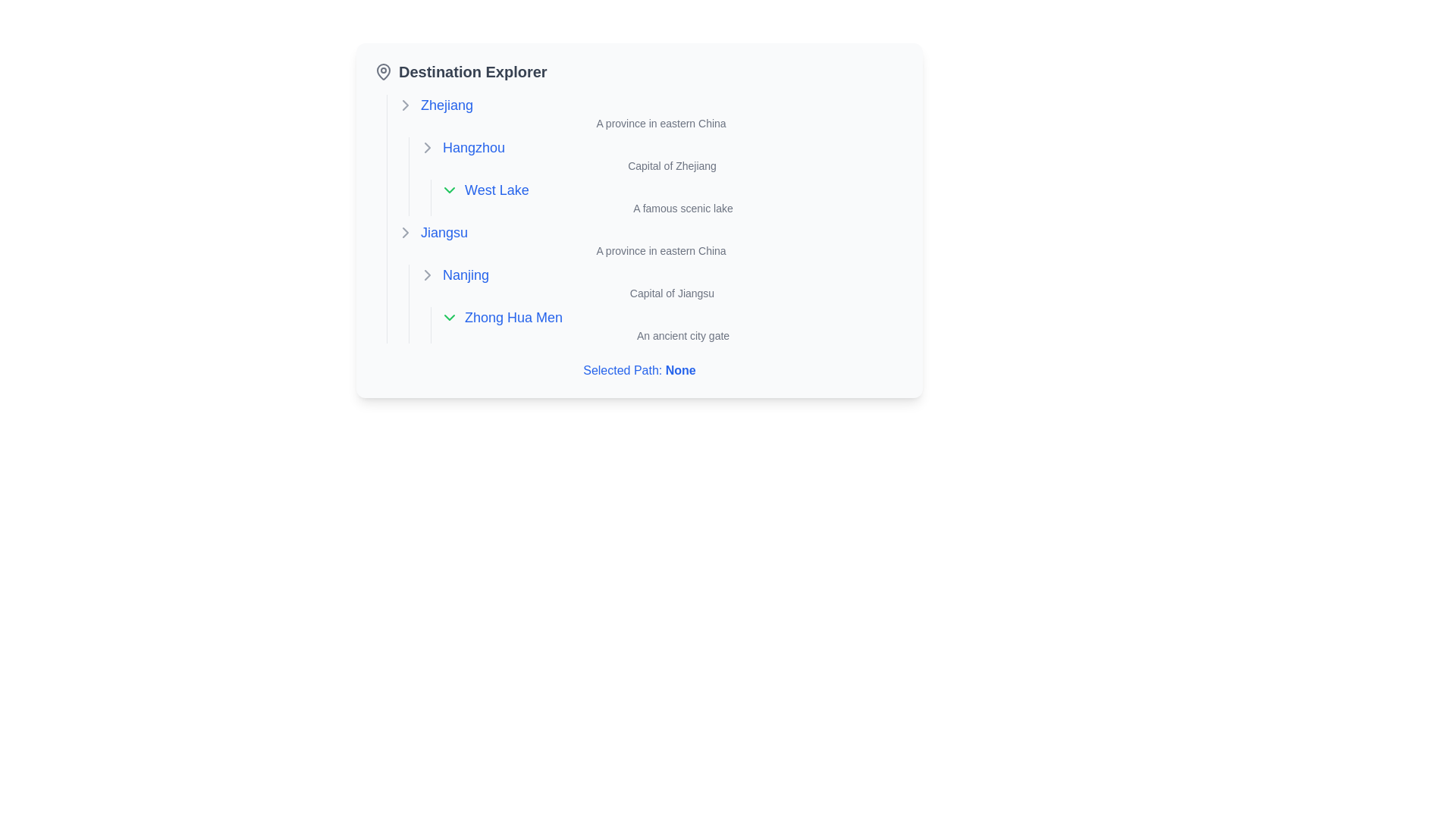 This screenshot has width=1456, height=819. I want to click on the right-pointing chevron icon styled in gray, located to the left of the 'Nanjing' text under the 'Destination Explorer' heading for keyboard navigation, so click(427, 275).